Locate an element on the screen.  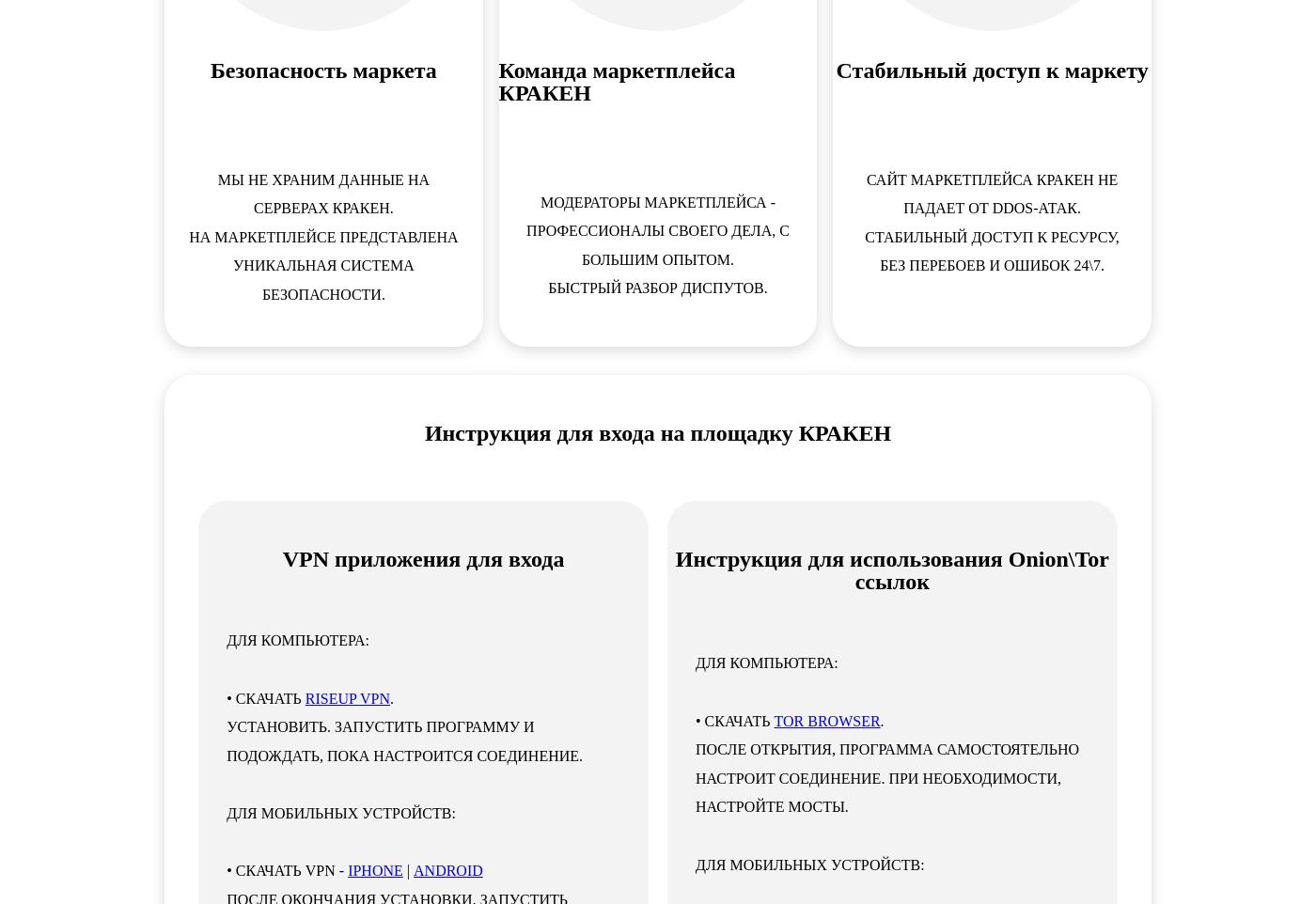
'После
                        открытия, программа самостоятельно настроит соединение. При
                        необходимости, настройте мосты.' is located at coordinates (886, 777).